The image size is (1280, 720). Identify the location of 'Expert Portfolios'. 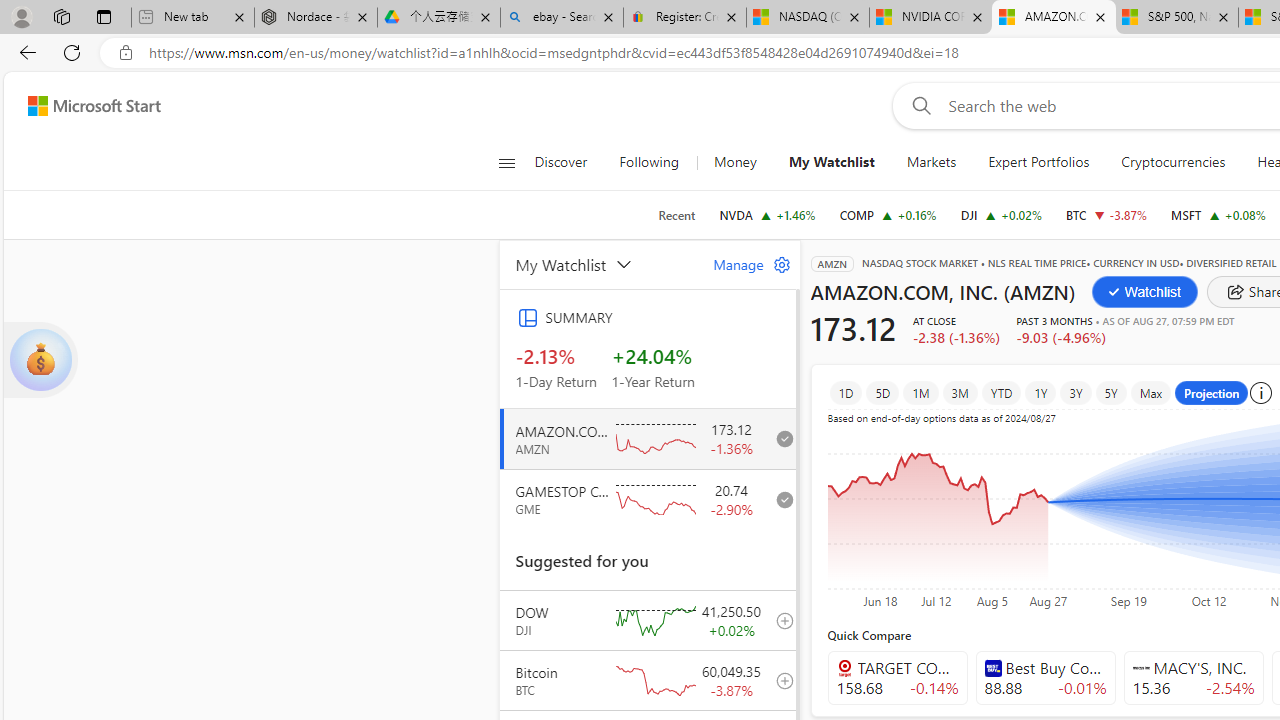
(1039, 162).